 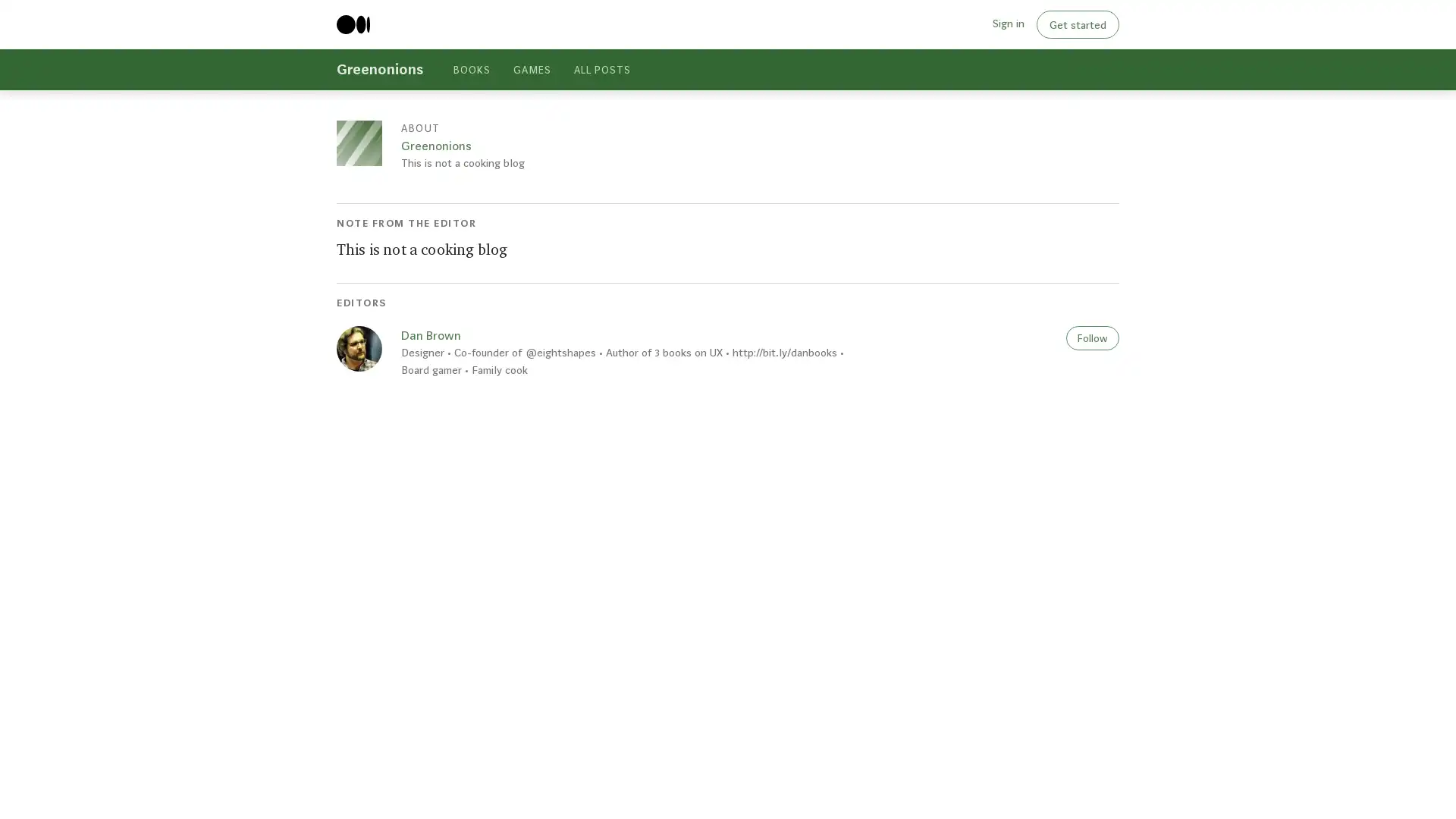 I want to click on Follow to get new stories and recommendations from this author, so click(x=1092, y=336).